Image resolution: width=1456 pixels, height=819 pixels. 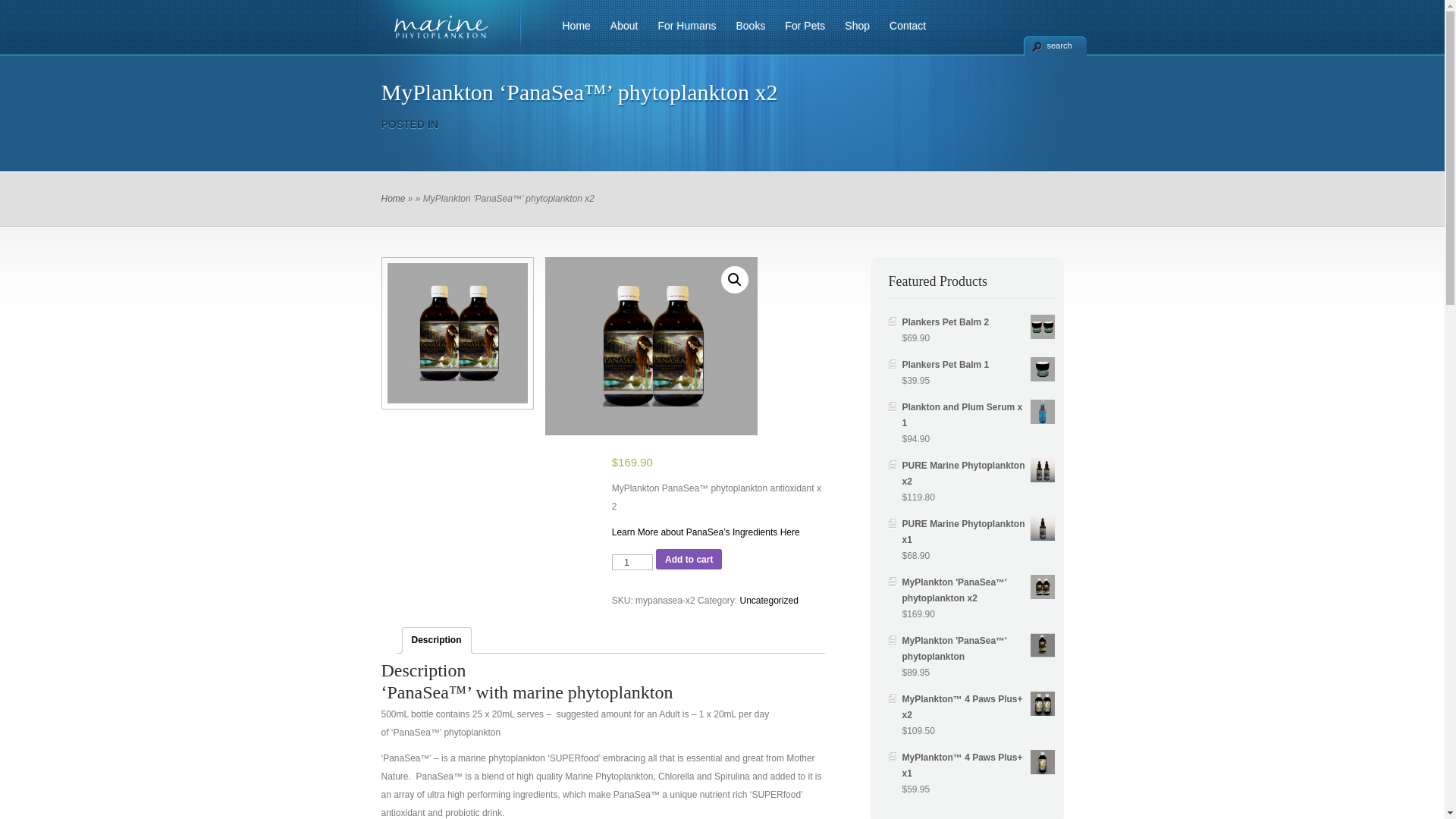 What do you see at coordinates (852, 34) in the screenshot?
I see `'Shop'` at bounding box center [852, 34].